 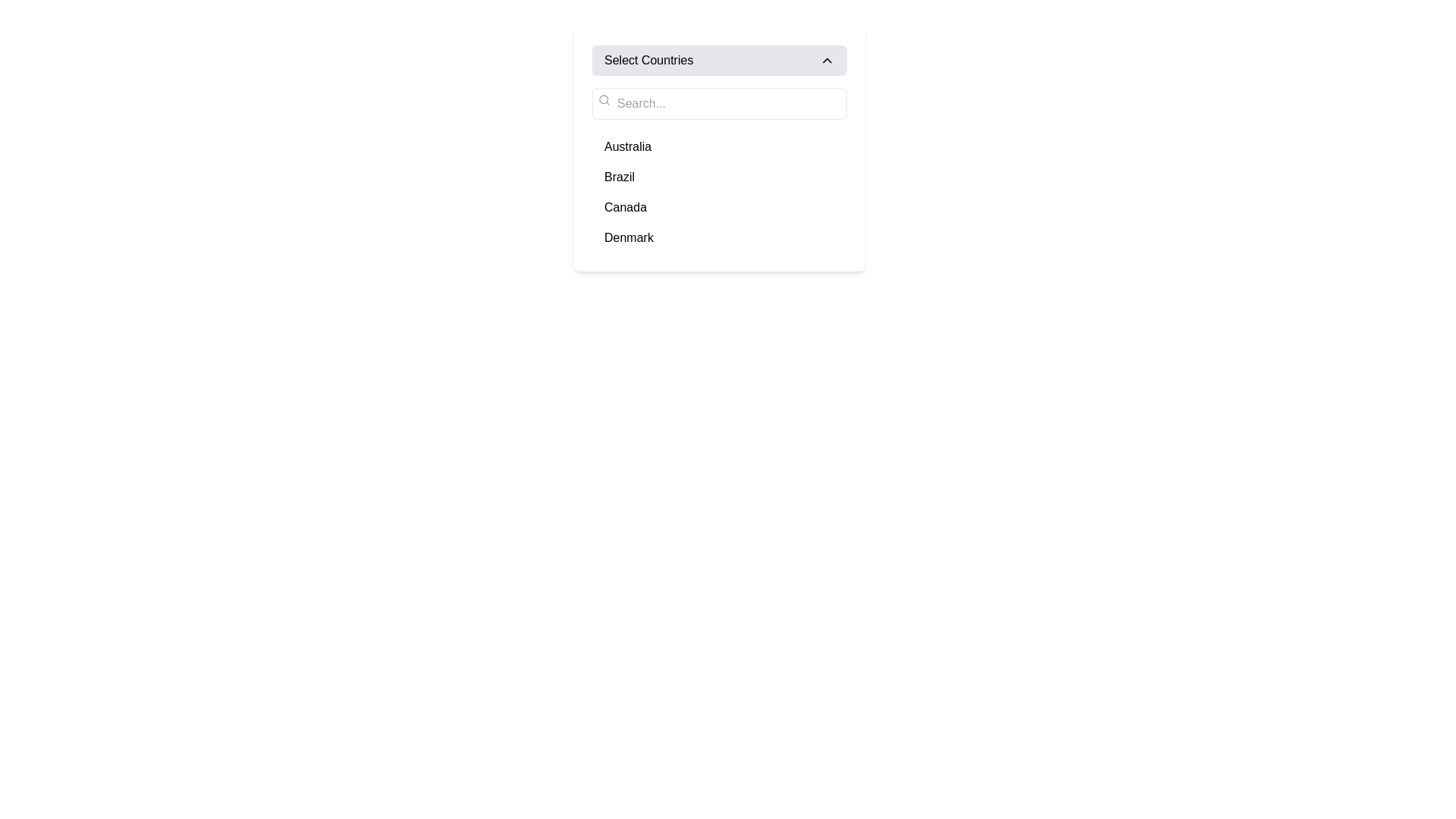 I want to click on the fourth menu item labeled 'Denmark', so click(x=719, y=237).